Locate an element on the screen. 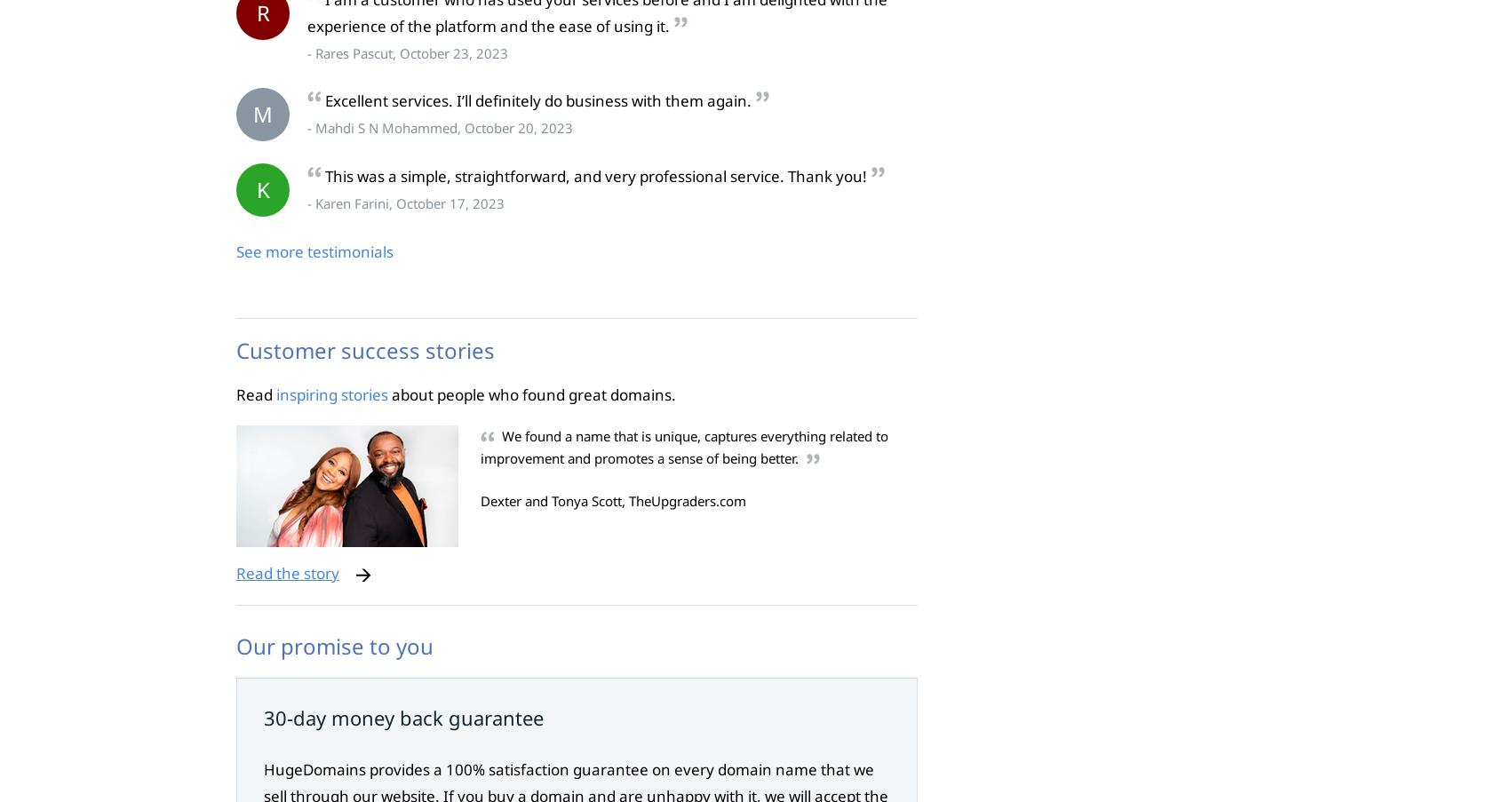  '- Rares Pascut, October 23, 2023' is located at coordinates (407, 51).